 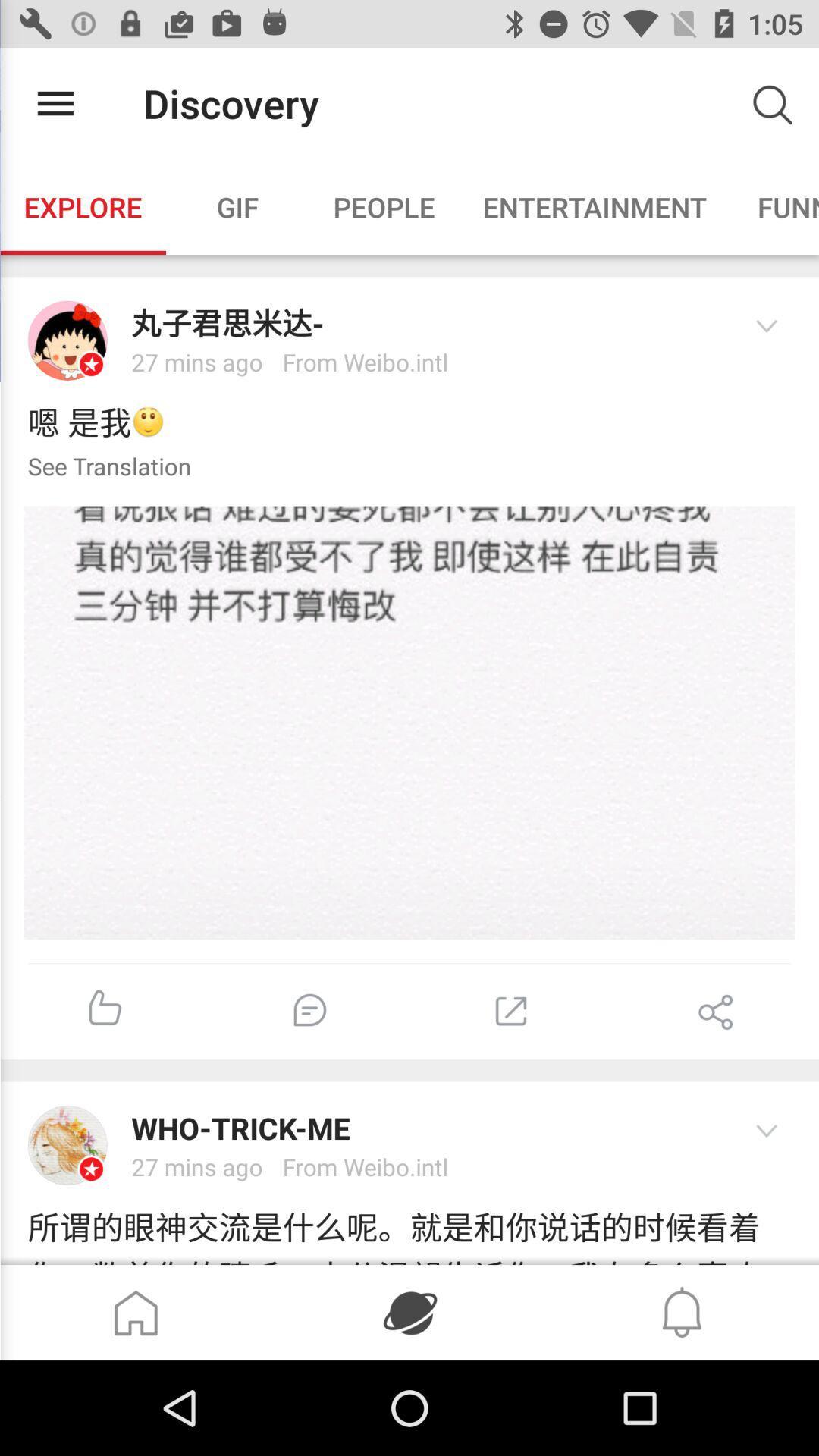 I want to click on app next to the discovery icon, so click(x=55, y=102).